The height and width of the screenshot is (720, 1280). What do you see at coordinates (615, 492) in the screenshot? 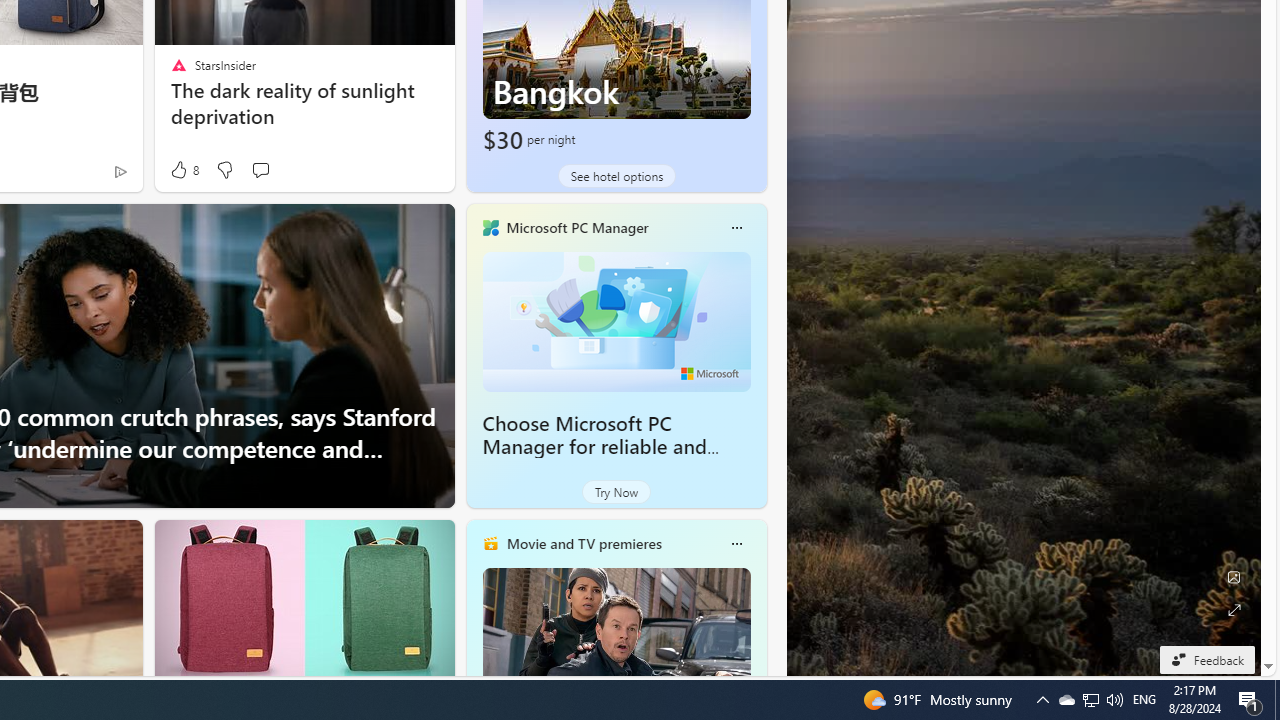
I see `'Try Now'` at bounding box center [615, 492].